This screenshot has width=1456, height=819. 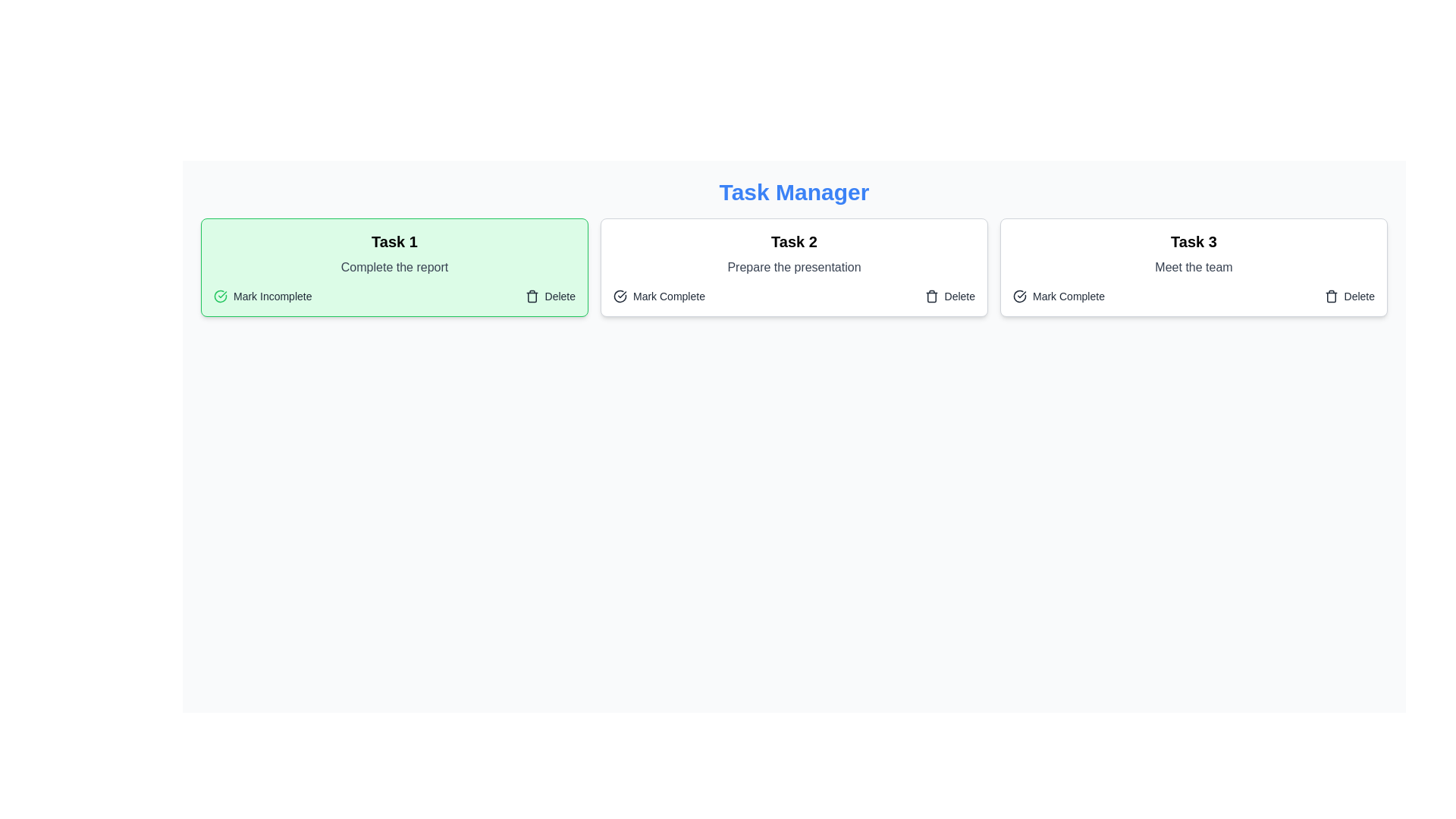 I want to click on the text label at the top of the middle card that serves as the title of the task card, so click(x=793, y=241).